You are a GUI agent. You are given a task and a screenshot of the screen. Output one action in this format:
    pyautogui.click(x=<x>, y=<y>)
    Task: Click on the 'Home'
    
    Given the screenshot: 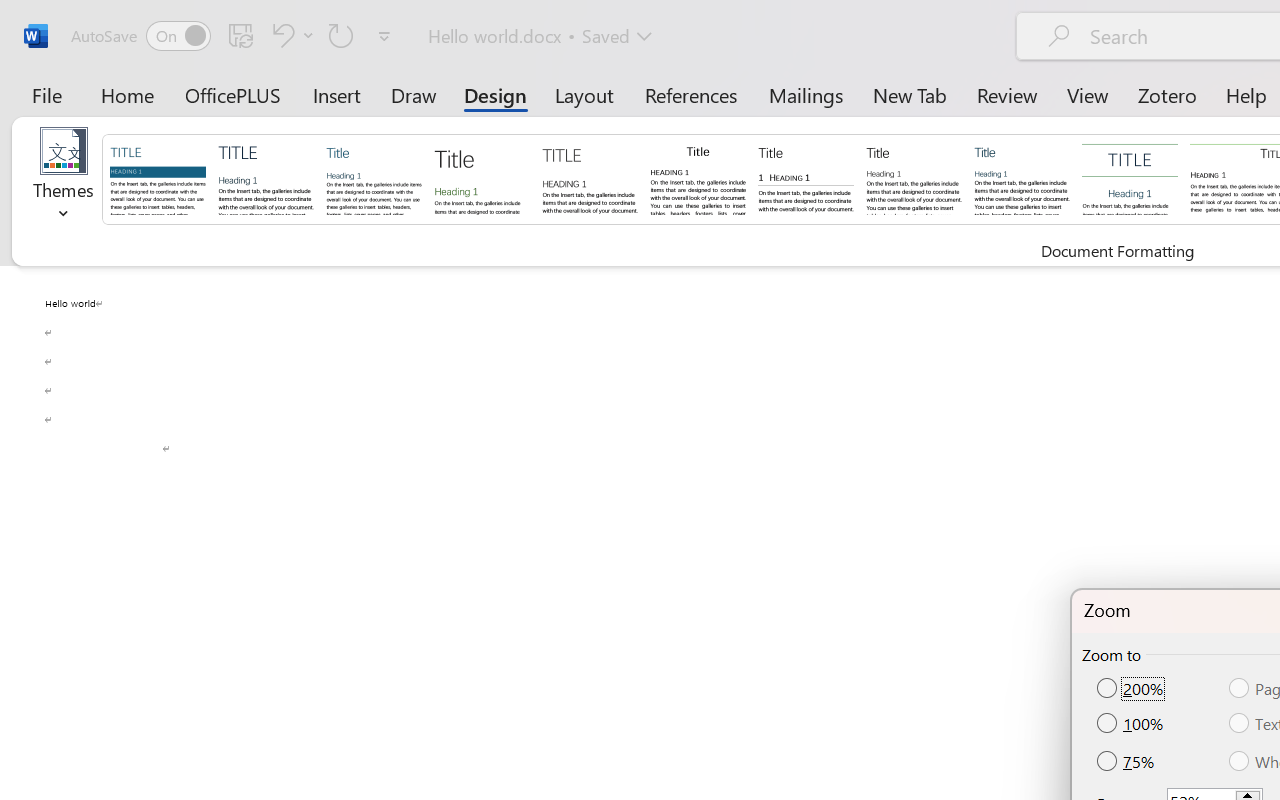 What is the action you would take?
    pyautogui.click(x=127, y=94)
    